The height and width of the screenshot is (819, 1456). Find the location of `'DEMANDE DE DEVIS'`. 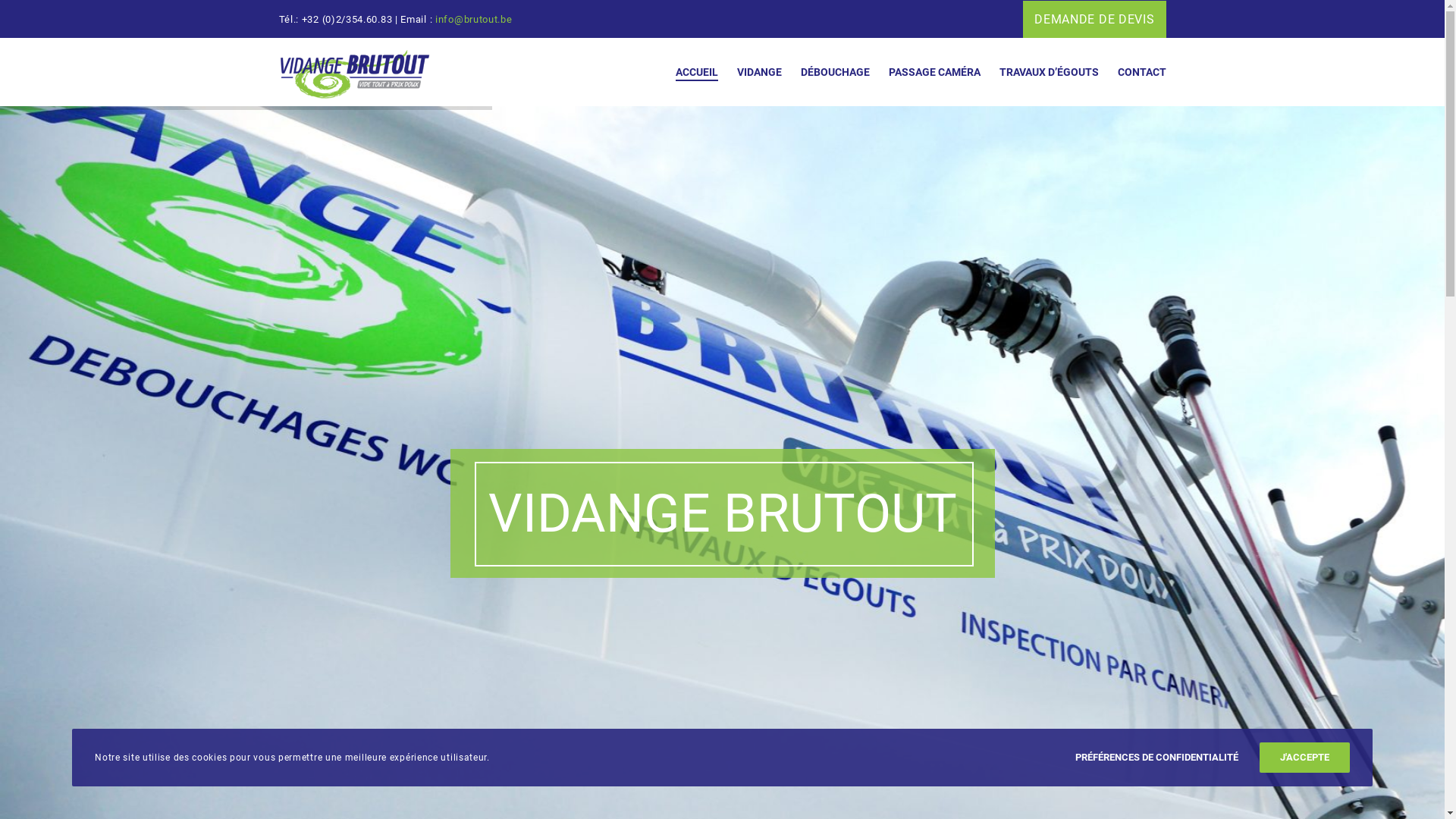

'DEMANDE DE DEVIS' is located at coordinates (1094, 19).